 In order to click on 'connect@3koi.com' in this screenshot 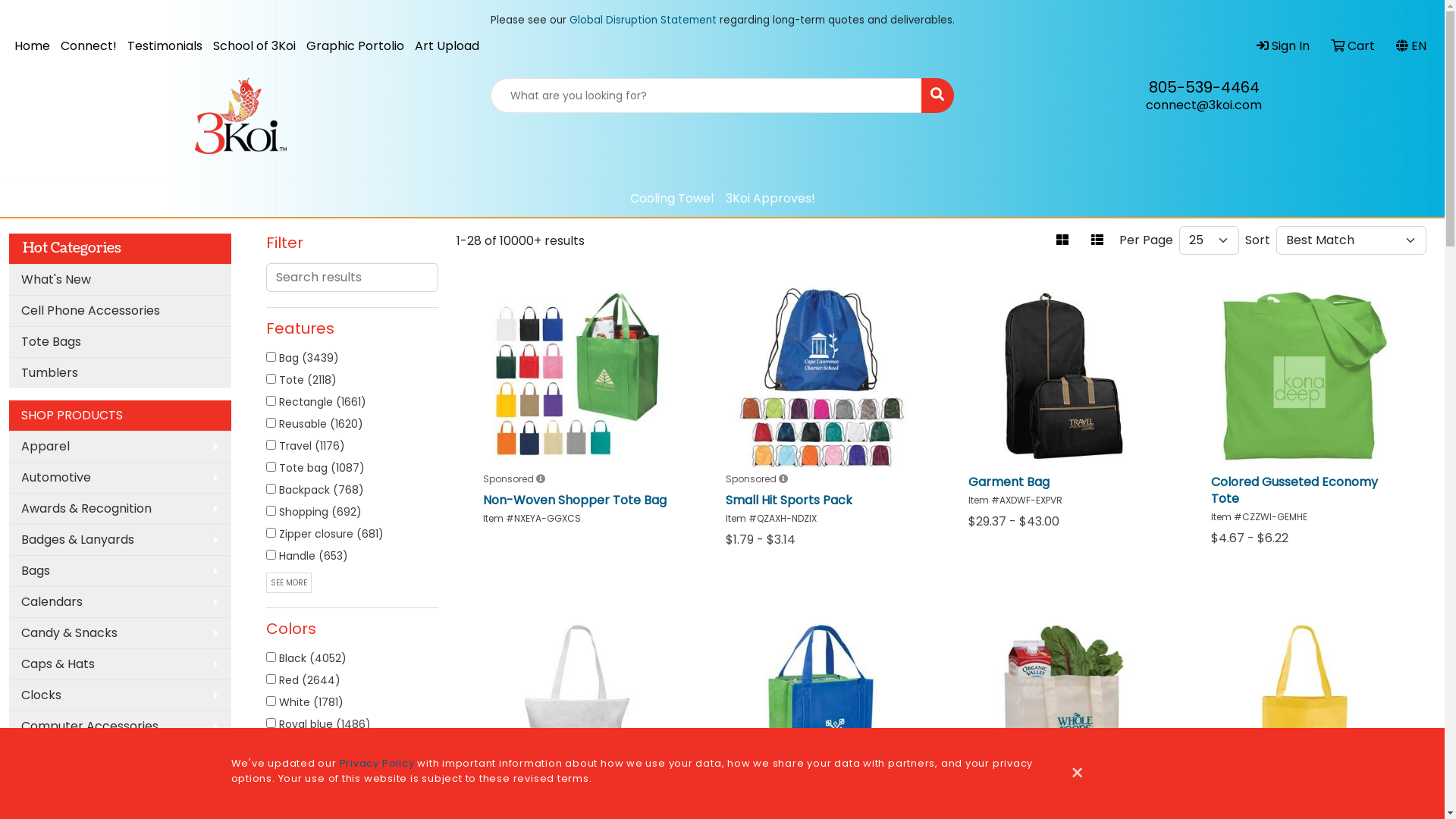, I will do `click(1203, 104)`.